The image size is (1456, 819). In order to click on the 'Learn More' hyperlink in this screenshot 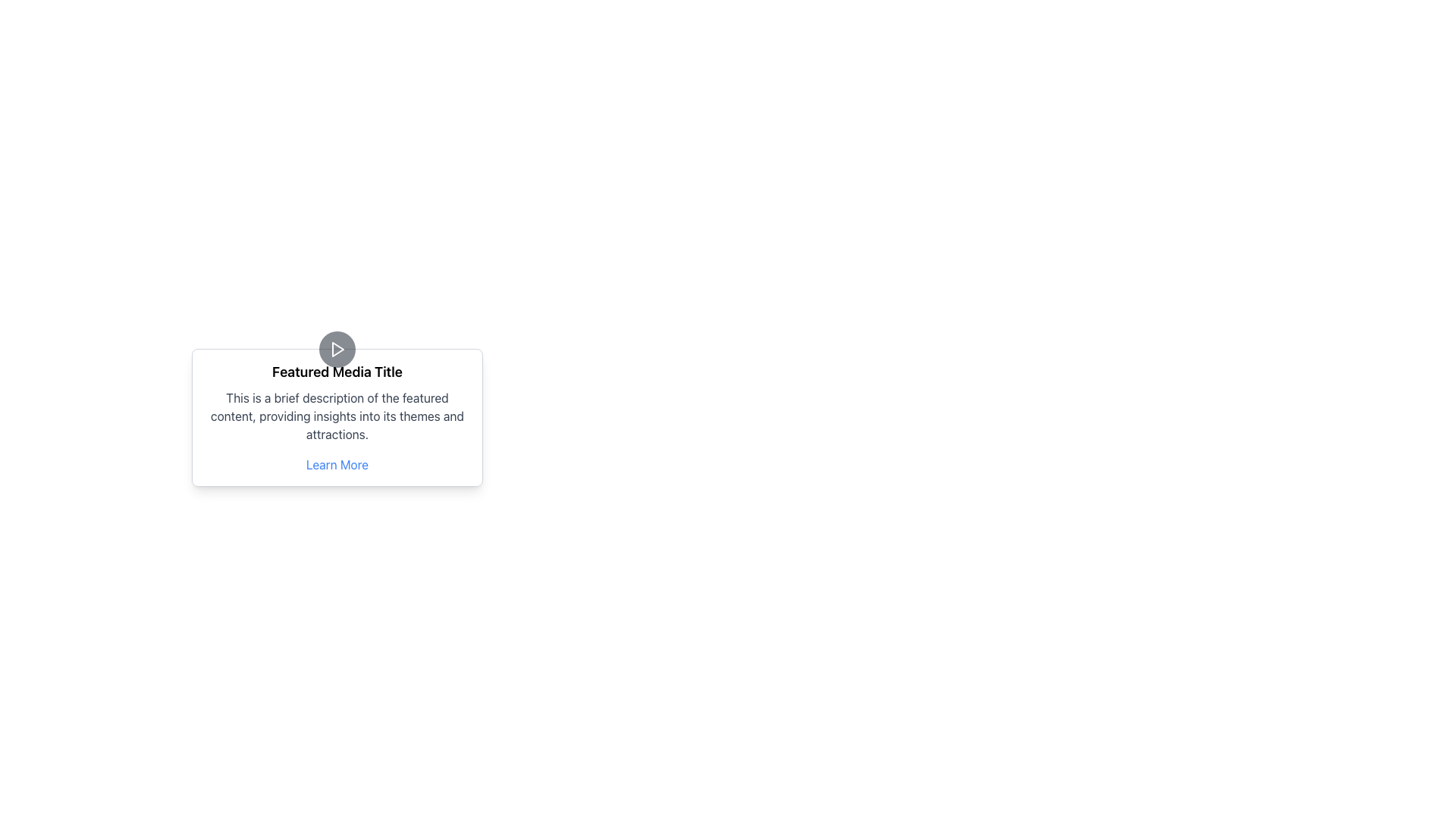, I will do `click(337, 464)`.